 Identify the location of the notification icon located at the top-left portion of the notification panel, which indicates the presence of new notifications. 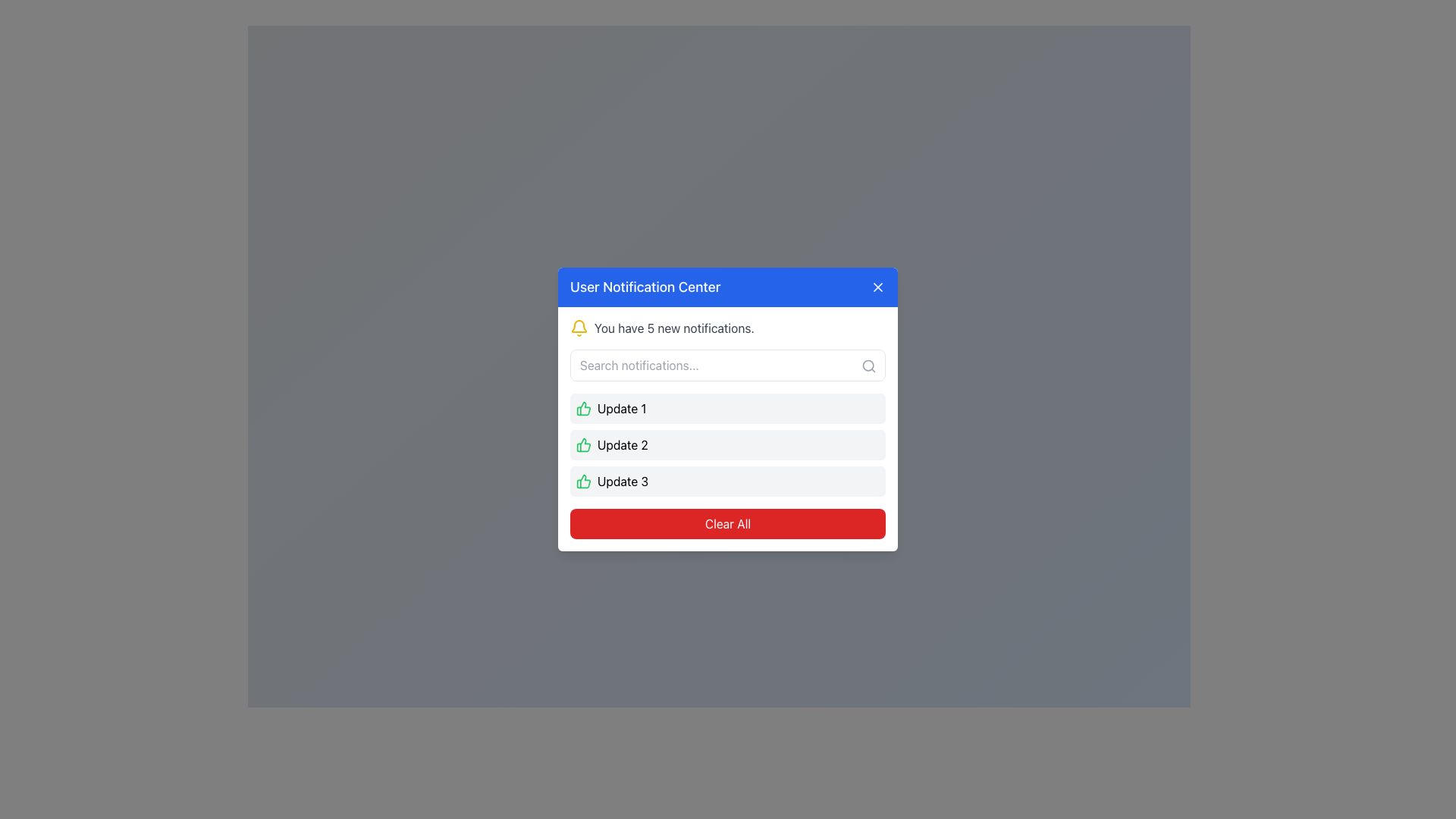
(578, 327).